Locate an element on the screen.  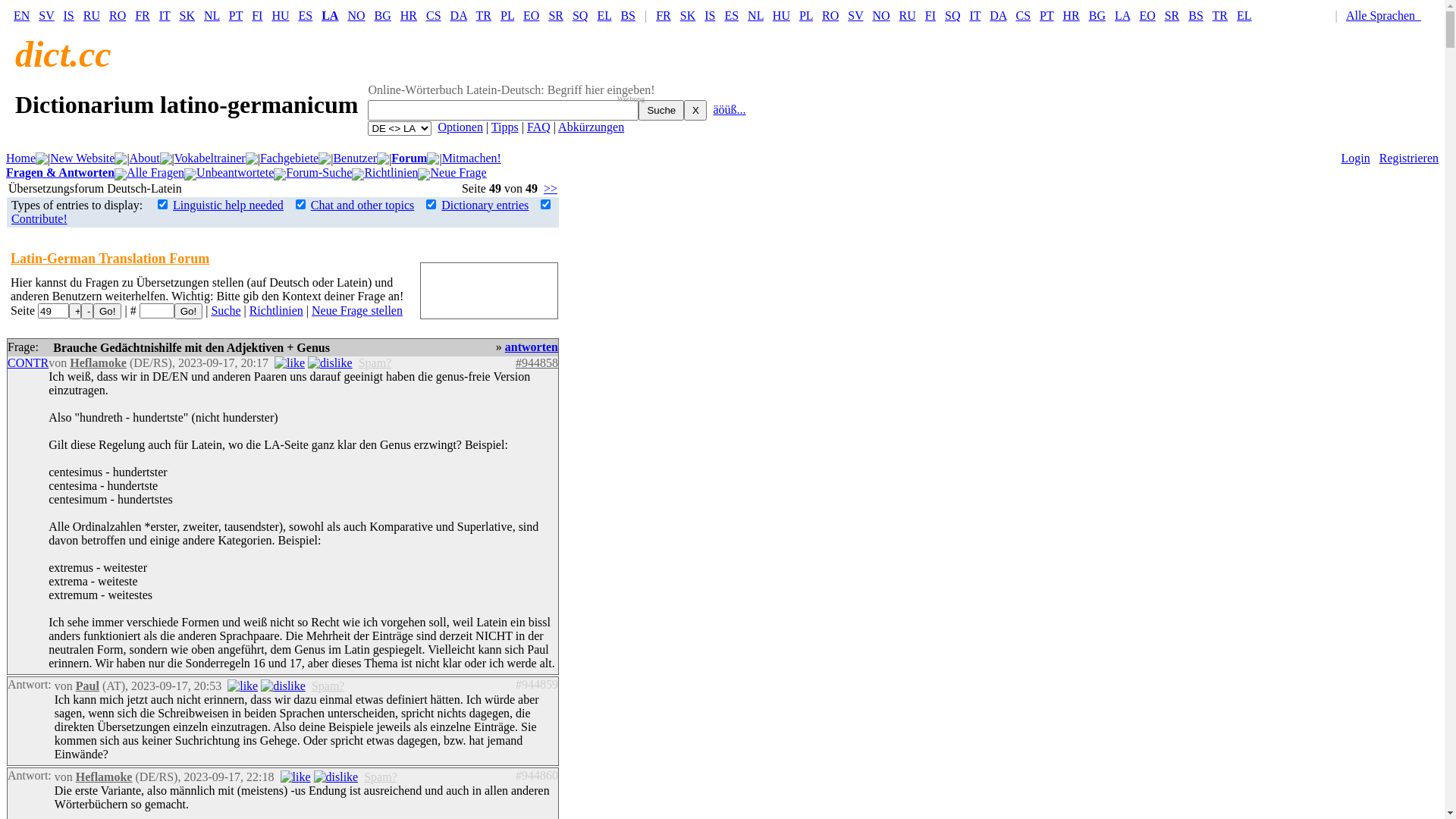
'Forum' is located at coordinates (391, 158).